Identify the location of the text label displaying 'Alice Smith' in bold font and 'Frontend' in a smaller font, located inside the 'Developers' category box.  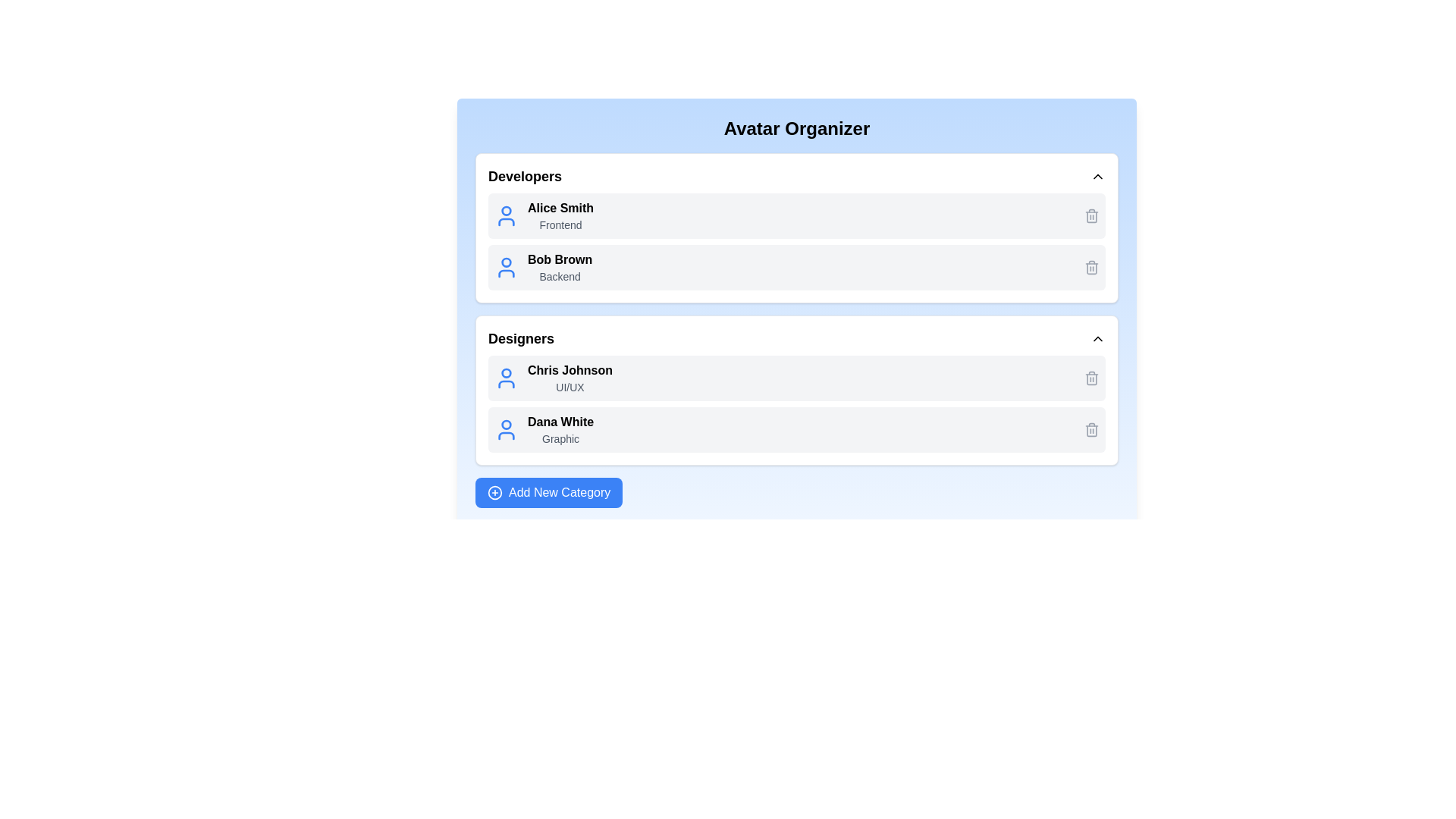
(560, 216).